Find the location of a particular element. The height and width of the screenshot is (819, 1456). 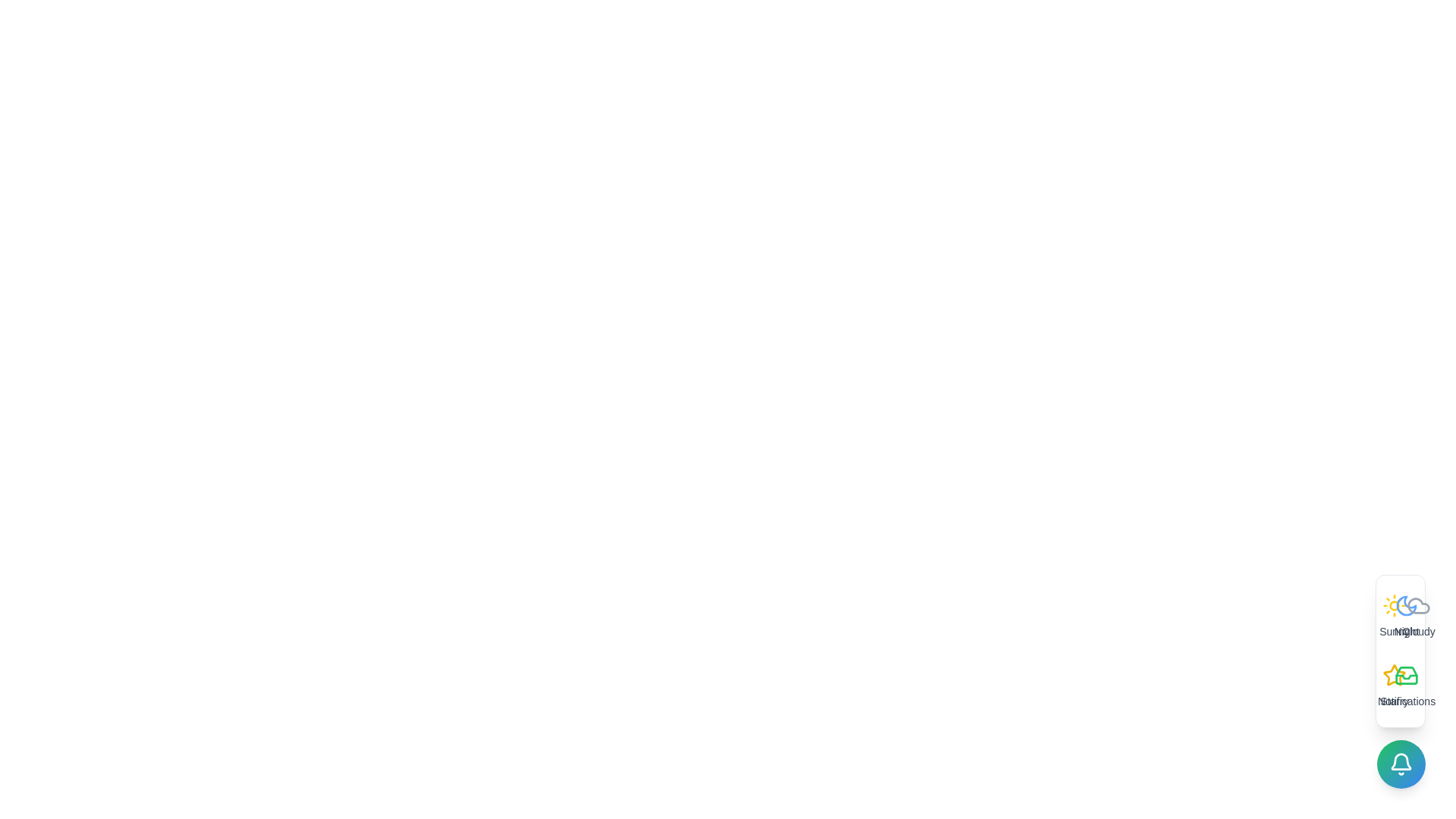

the option labeled Notifications by clicking its icon and label is located at coordinates (1405, 686).